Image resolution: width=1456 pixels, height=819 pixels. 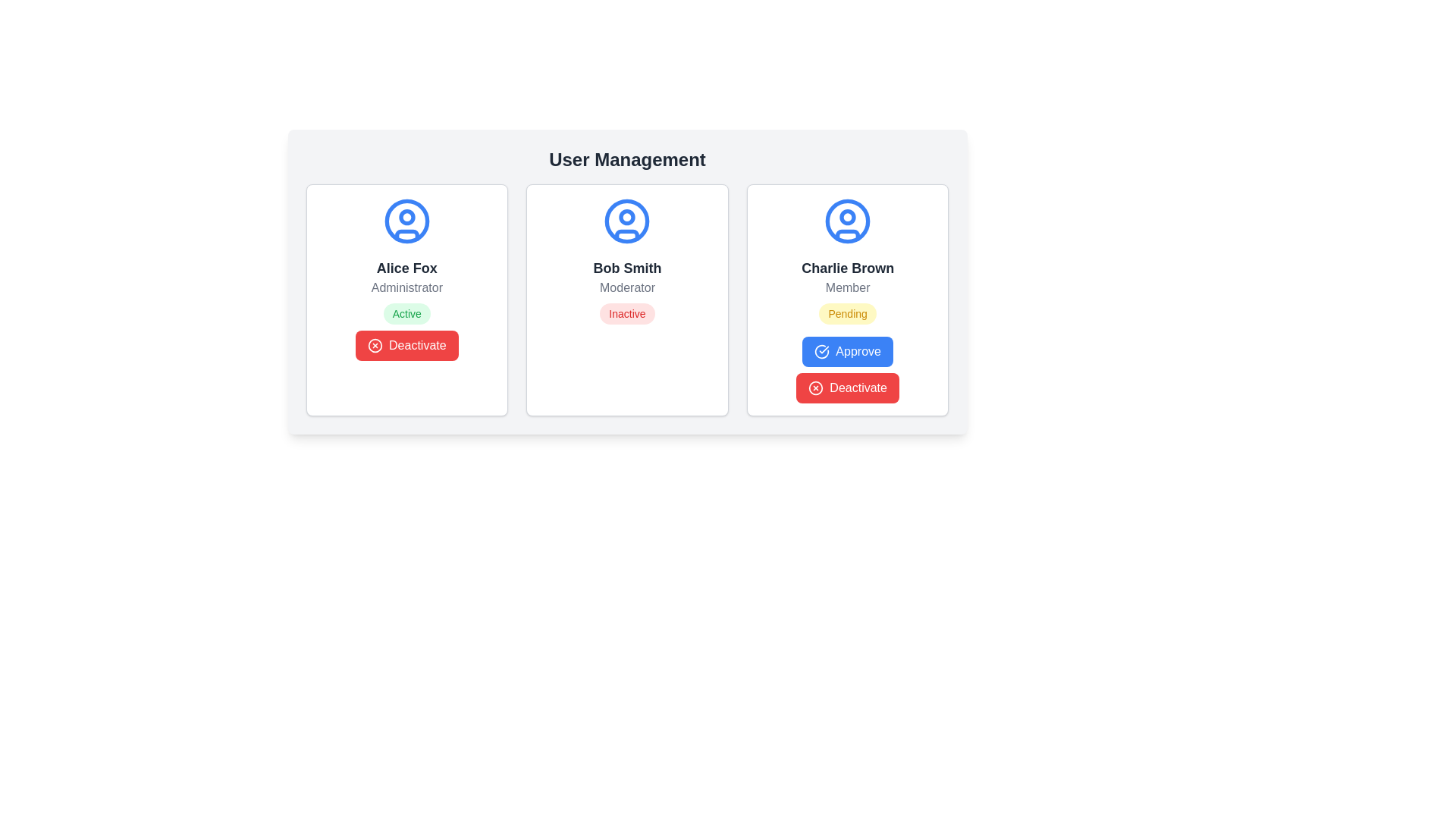 I want to click on the small circular graphic element that represents the head of the user icon in the 'Charlie Brown' card within the user management grid, so click(x=847, y=217).